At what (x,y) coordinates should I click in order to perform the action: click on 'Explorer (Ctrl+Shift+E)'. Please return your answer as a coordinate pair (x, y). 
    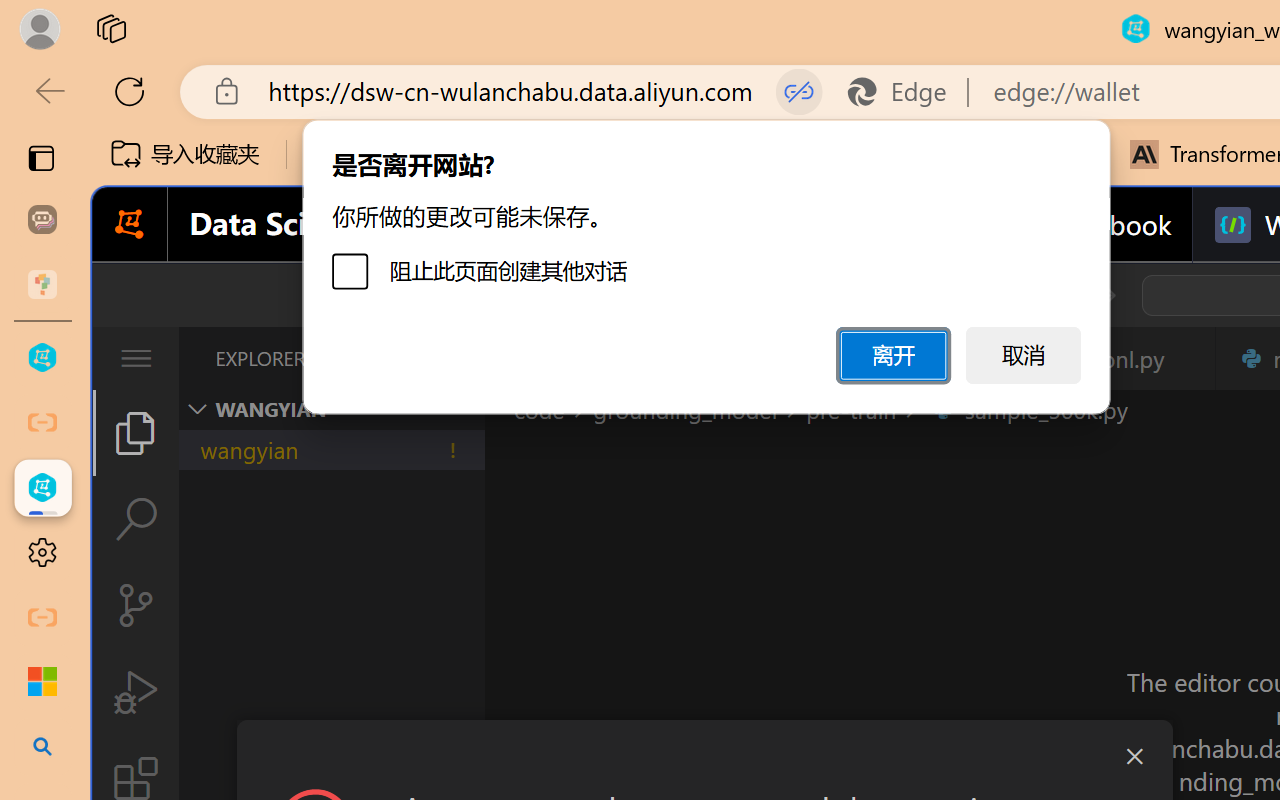
    Looking at the image, I should click on (134, 432).